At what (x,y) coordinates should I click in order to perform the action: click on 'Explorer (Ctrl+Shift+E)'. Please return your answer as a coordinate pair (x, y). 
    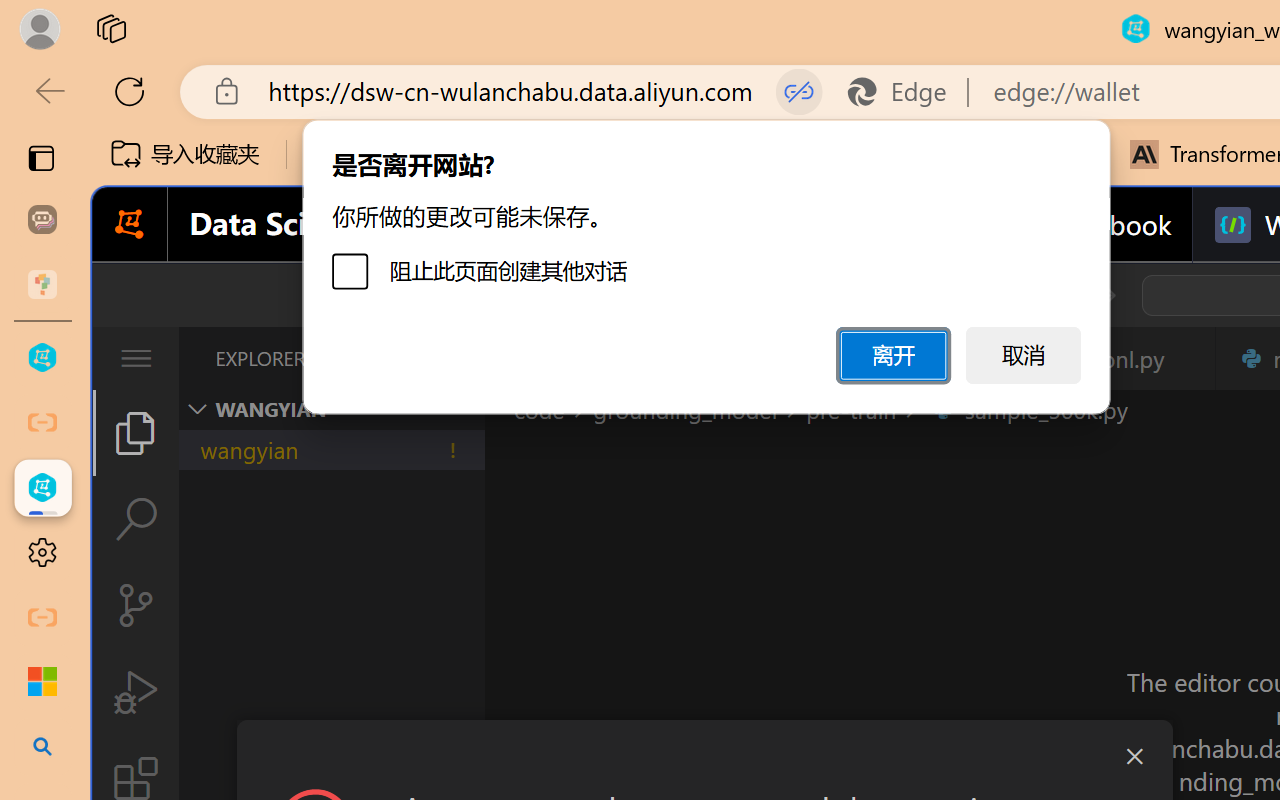
    Looking at the image, I should click on (134, 432).